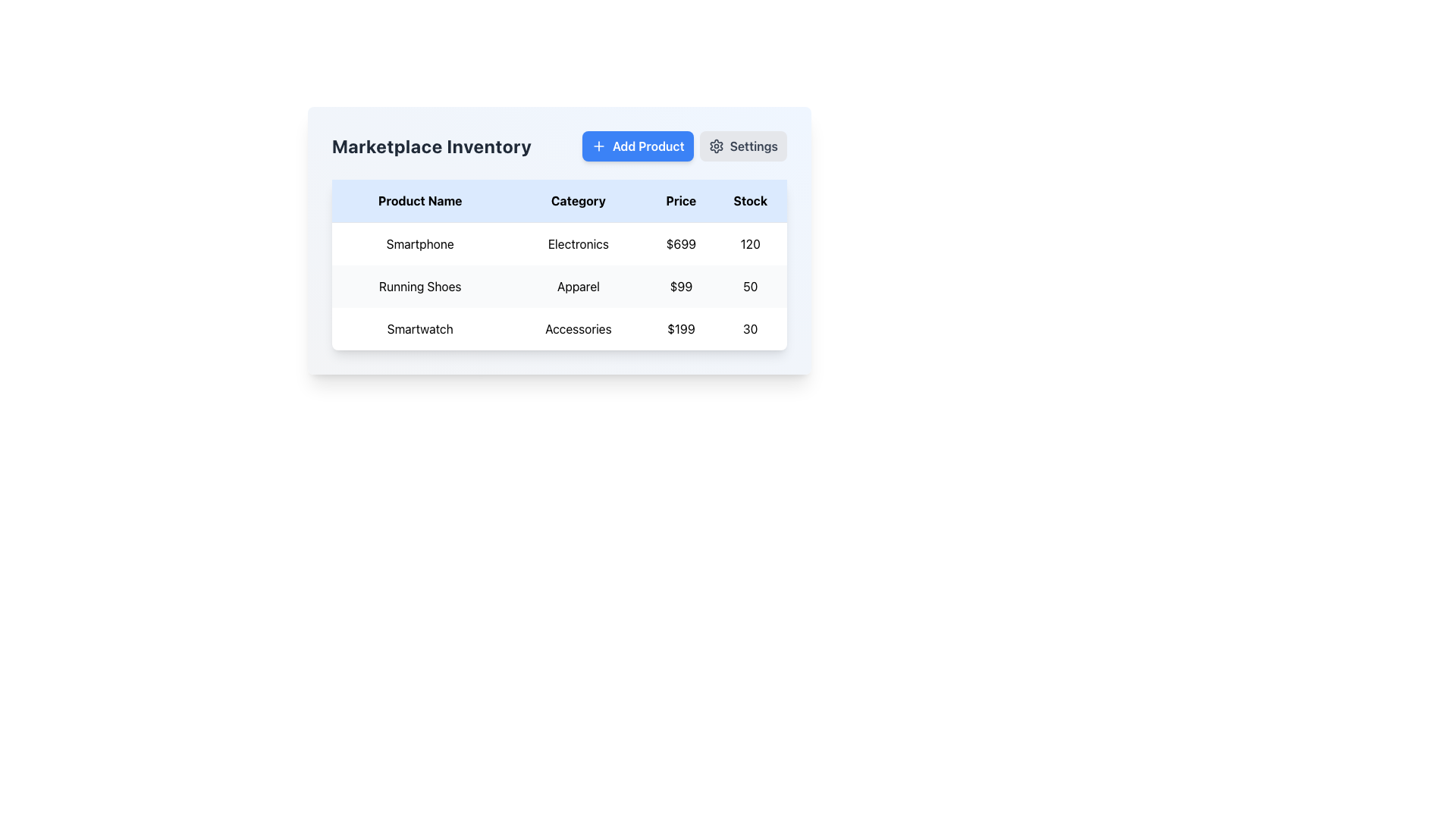  What do you see at coordinates (577, 287) in the screenshot?
I see `the text label displaying 'Apparel' located in the second row of the table under the 'Category' column header` at bounding box center [577, 287].